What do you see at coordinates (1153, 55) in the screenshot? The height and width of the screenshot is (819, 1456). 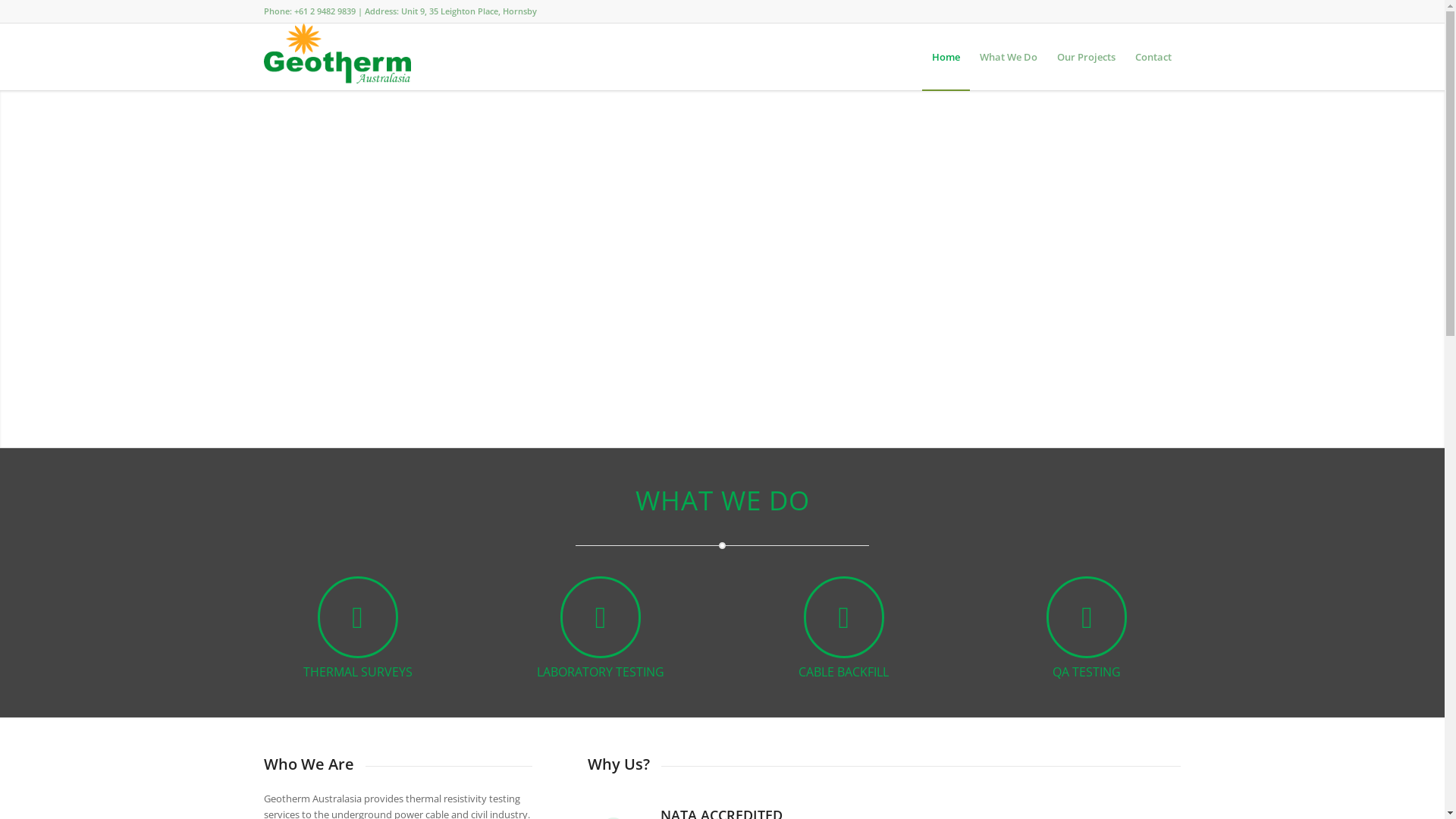 I see `'Contact'` at bounding box center [1153, 55].